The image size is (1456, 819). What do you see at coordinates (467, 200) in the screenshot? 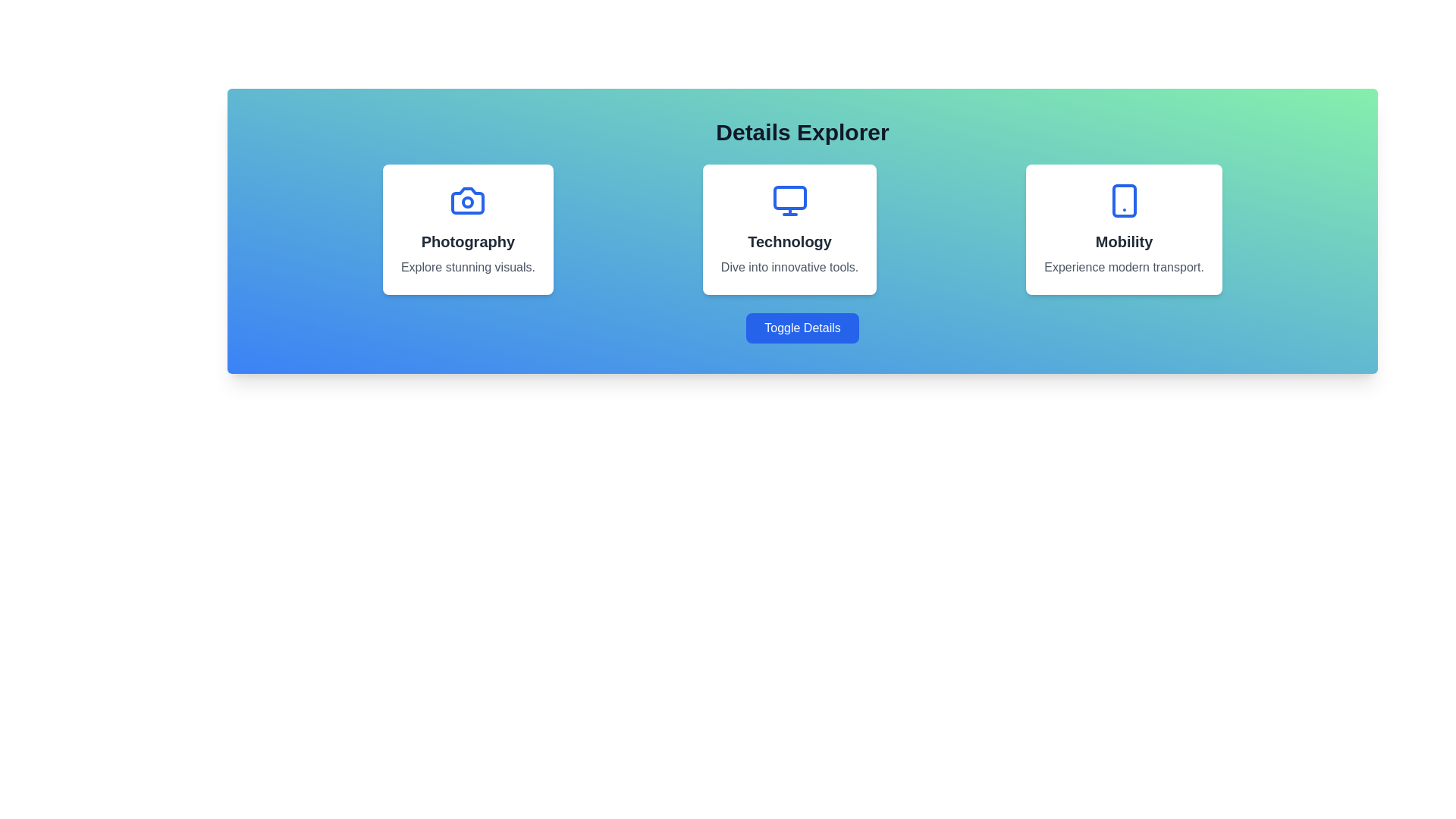
I see `the blue camera SVG icon with a circular lens, located at the center of the leftmost column above the 'Photography' label` at bounding box center [467, 200].